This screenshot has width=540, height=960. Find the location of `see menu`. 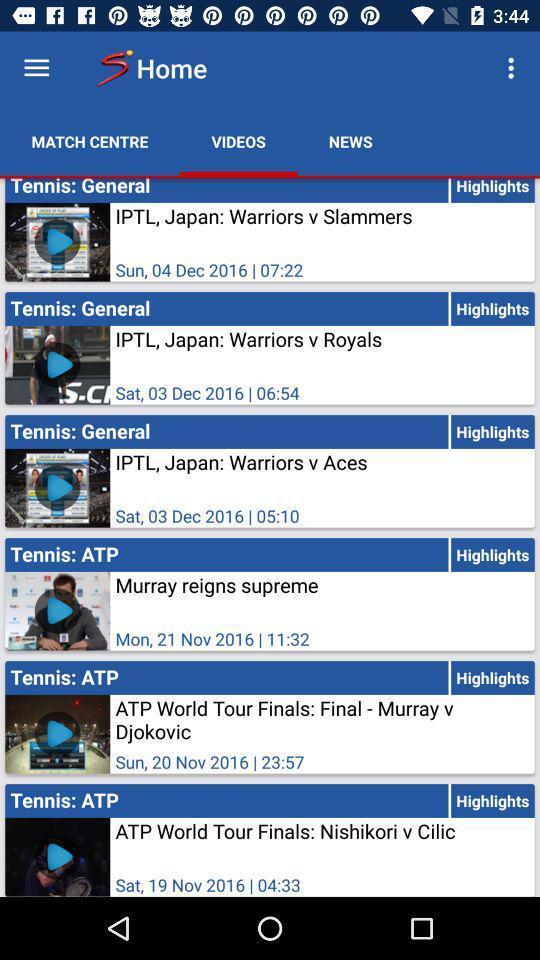

see menu is located at coordinates (36, 68).